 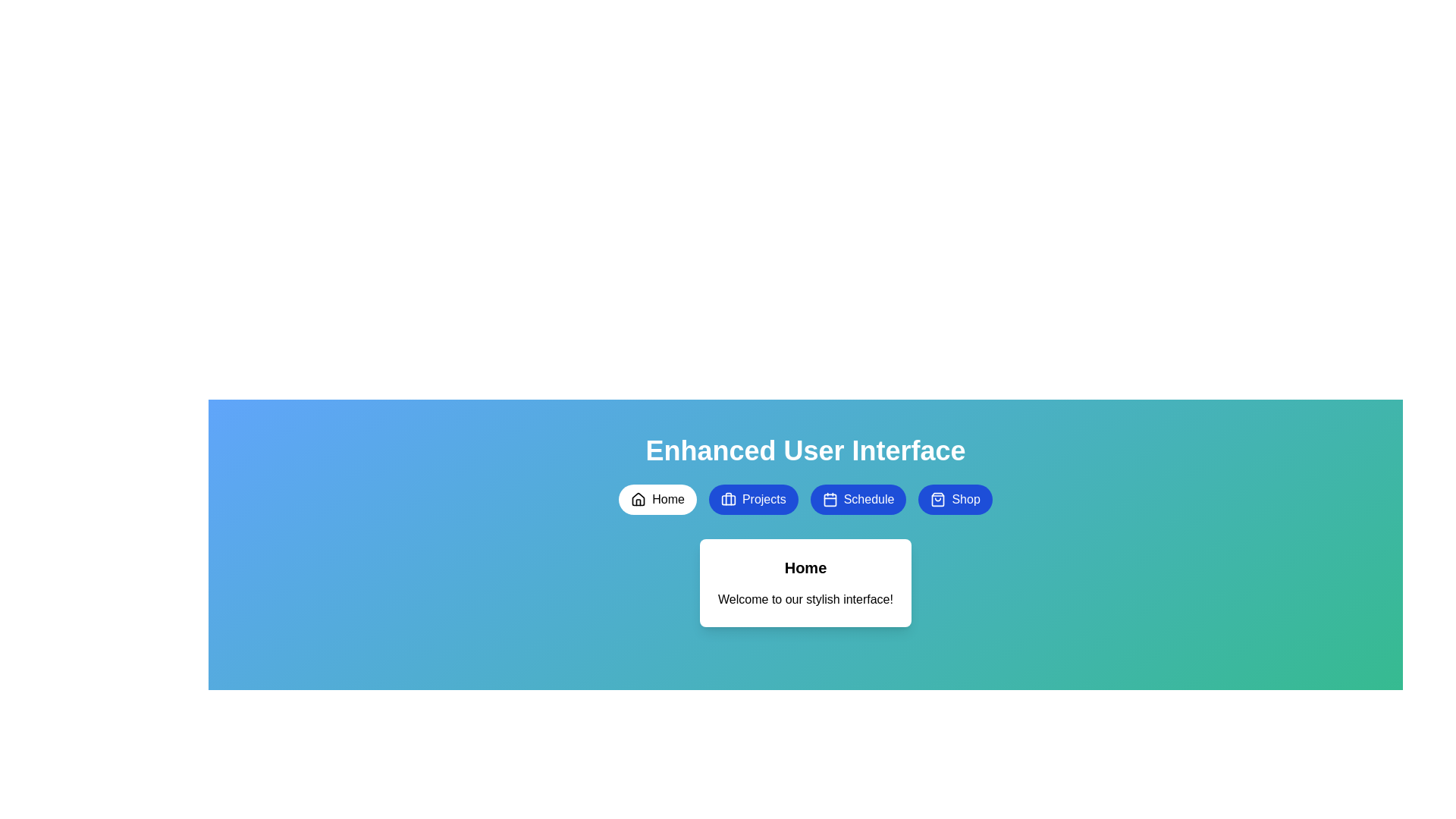 What do you see at coordinates (753, 500) in the screenshot?
I see `the button labeled Projects to observe the hover effect` at bounding box center [753, 500].